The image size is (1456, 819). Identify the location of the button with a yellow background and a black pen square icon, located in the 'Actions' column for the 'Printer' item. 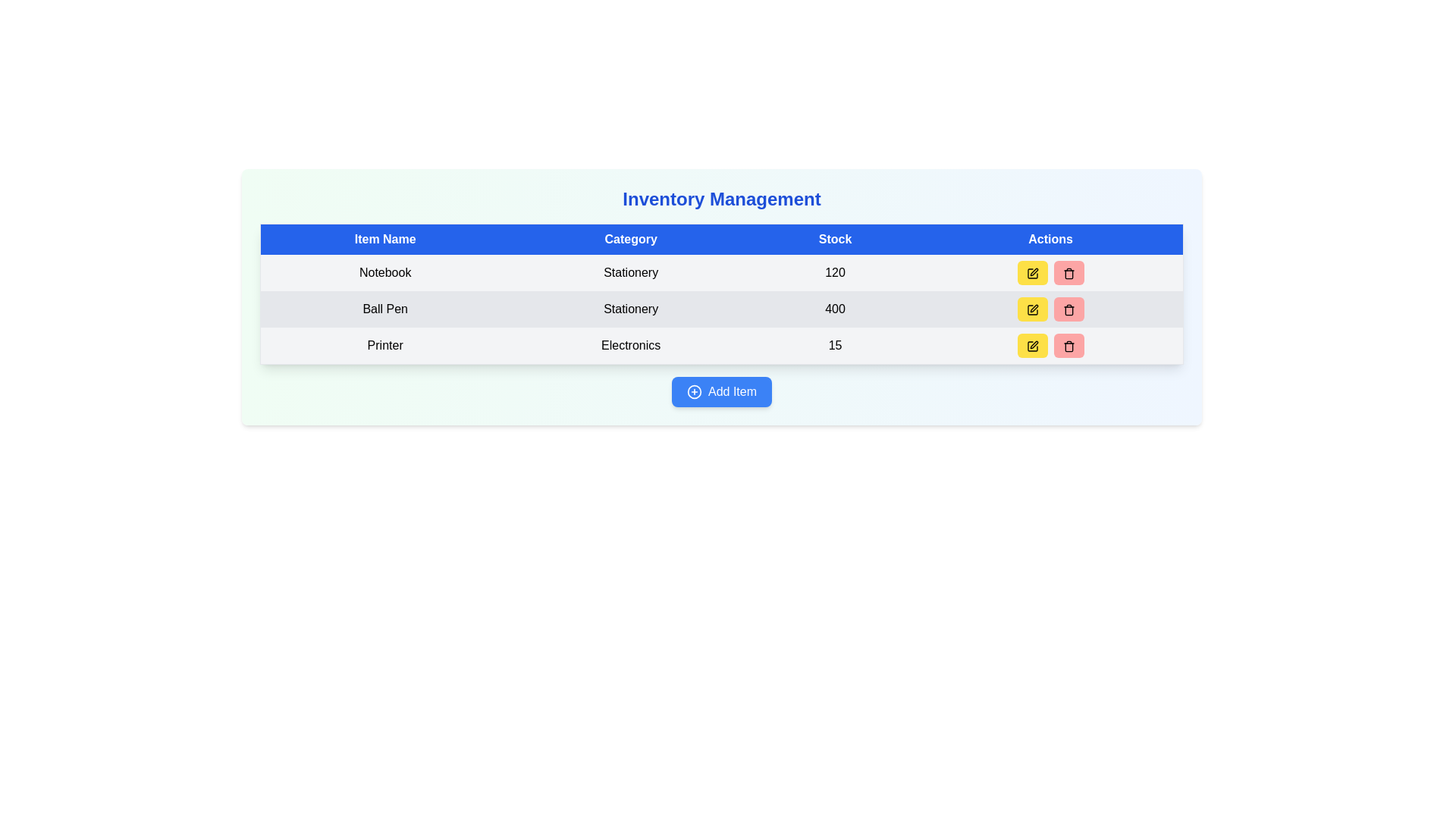
(1031, 345).